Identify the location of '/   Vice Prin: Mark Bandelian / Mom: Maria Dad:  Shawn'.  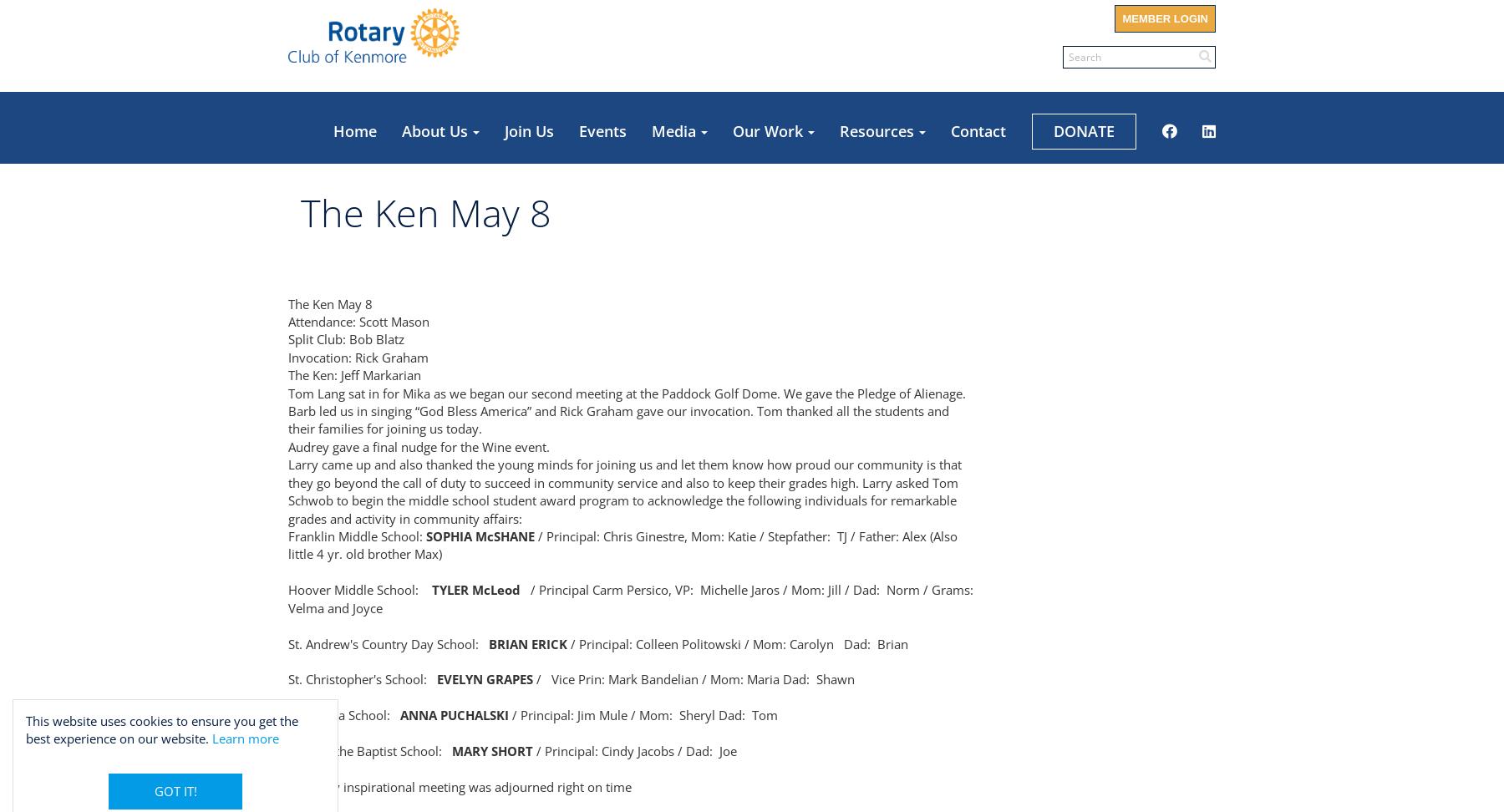
(532, 678).